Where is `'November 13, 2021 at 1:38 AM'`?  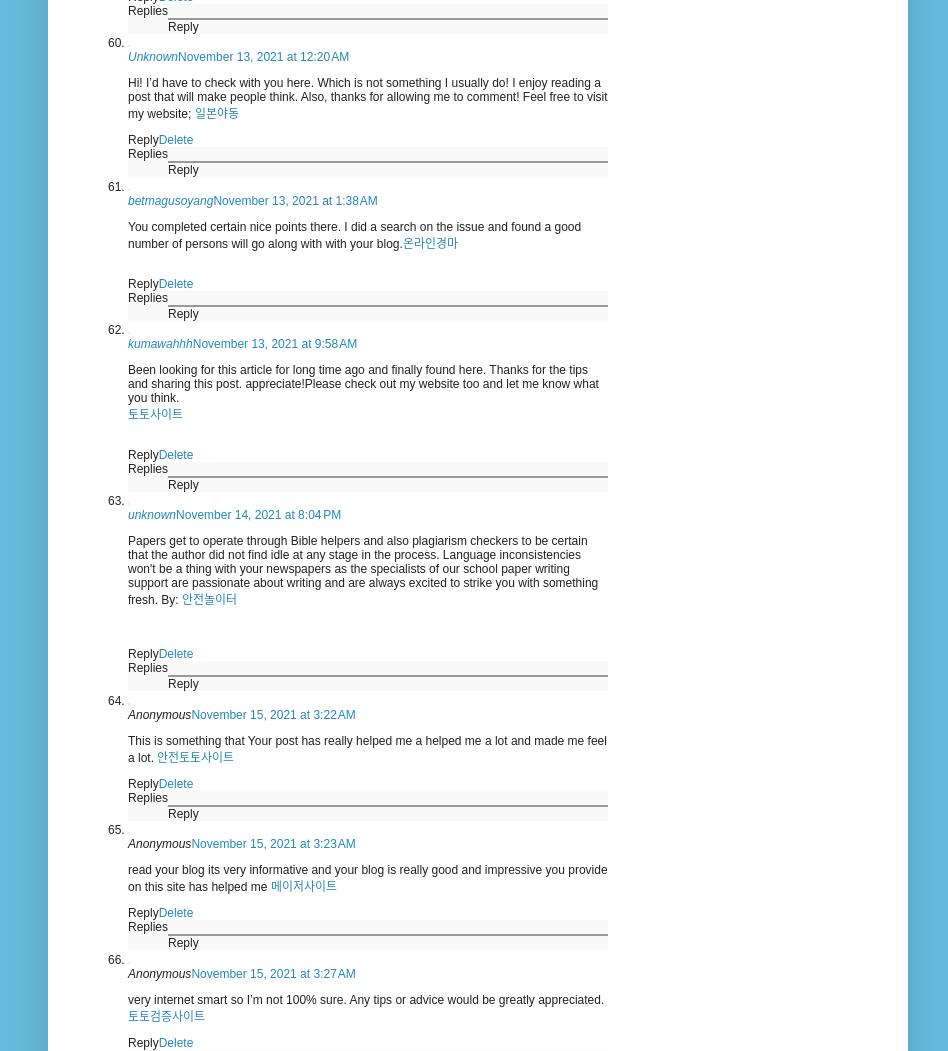 'November 13, 2021 at 1:38 AM' is located at coordinates (295, 200).